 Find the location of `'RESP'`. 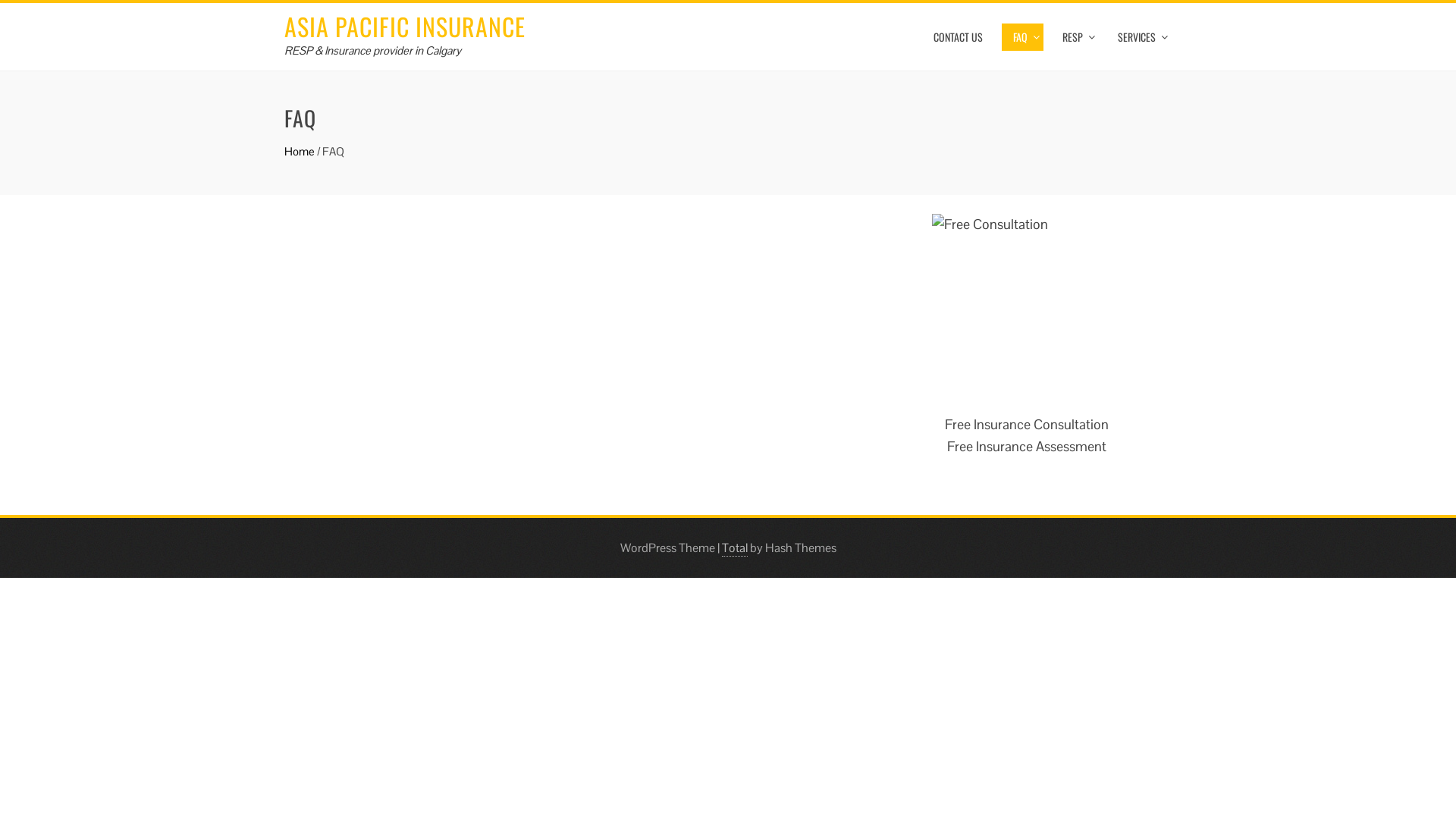

'RESP' is located at coordinates (1050, 36).